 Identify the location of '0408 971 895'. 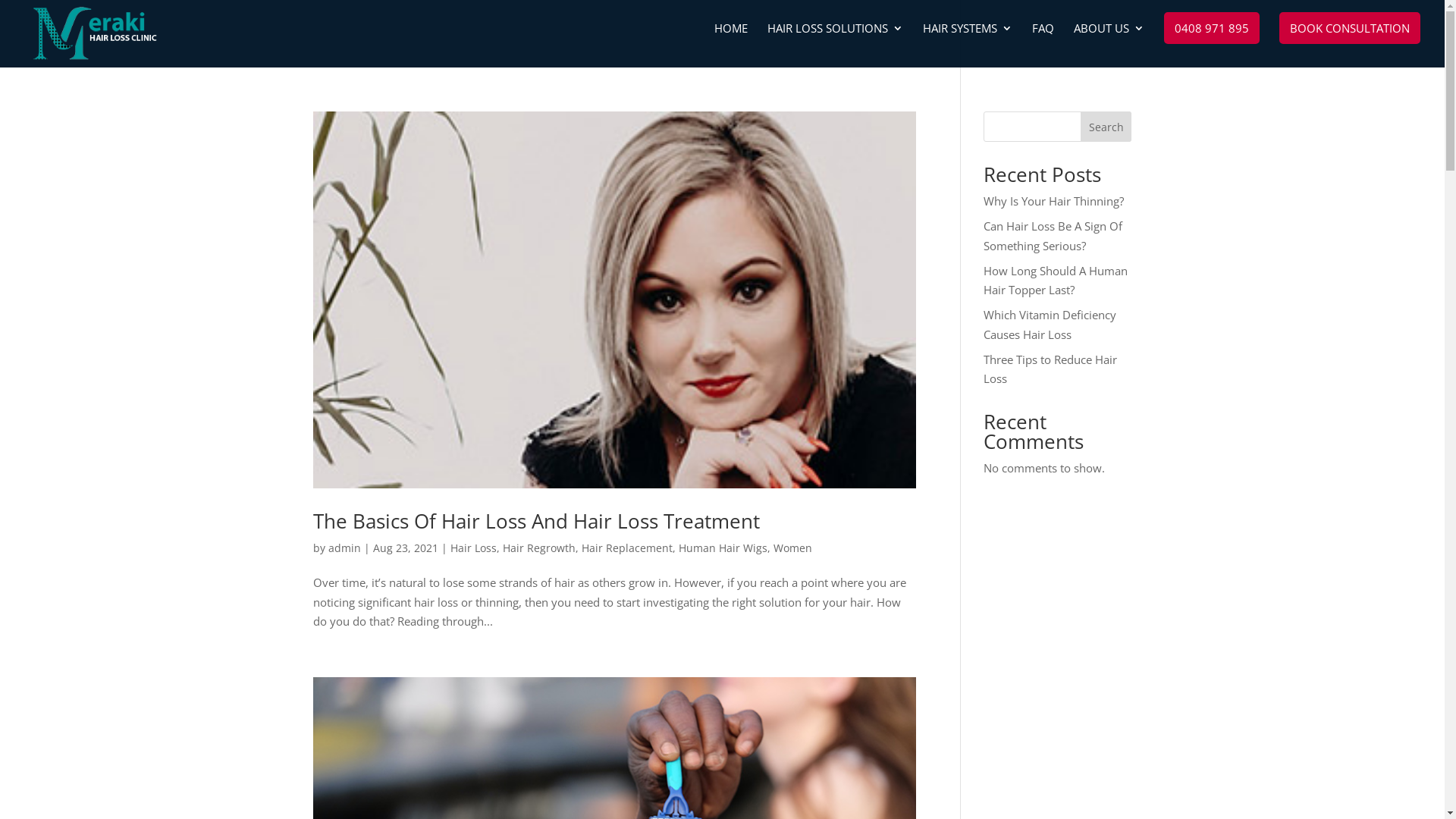
(1163, 28).